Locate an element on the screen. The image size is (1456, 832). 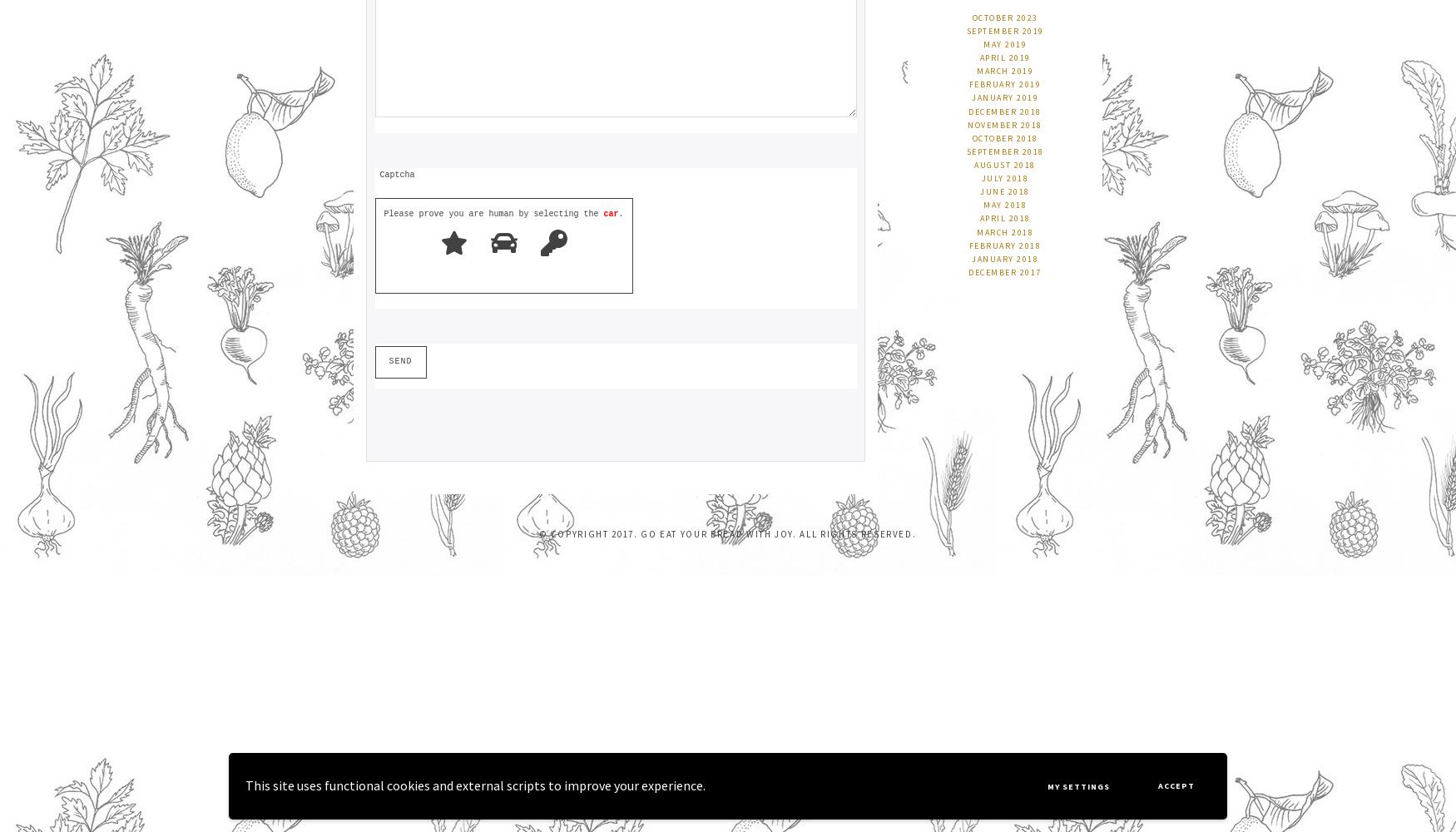
'September 2018' is located at coordinates (1004, 151).